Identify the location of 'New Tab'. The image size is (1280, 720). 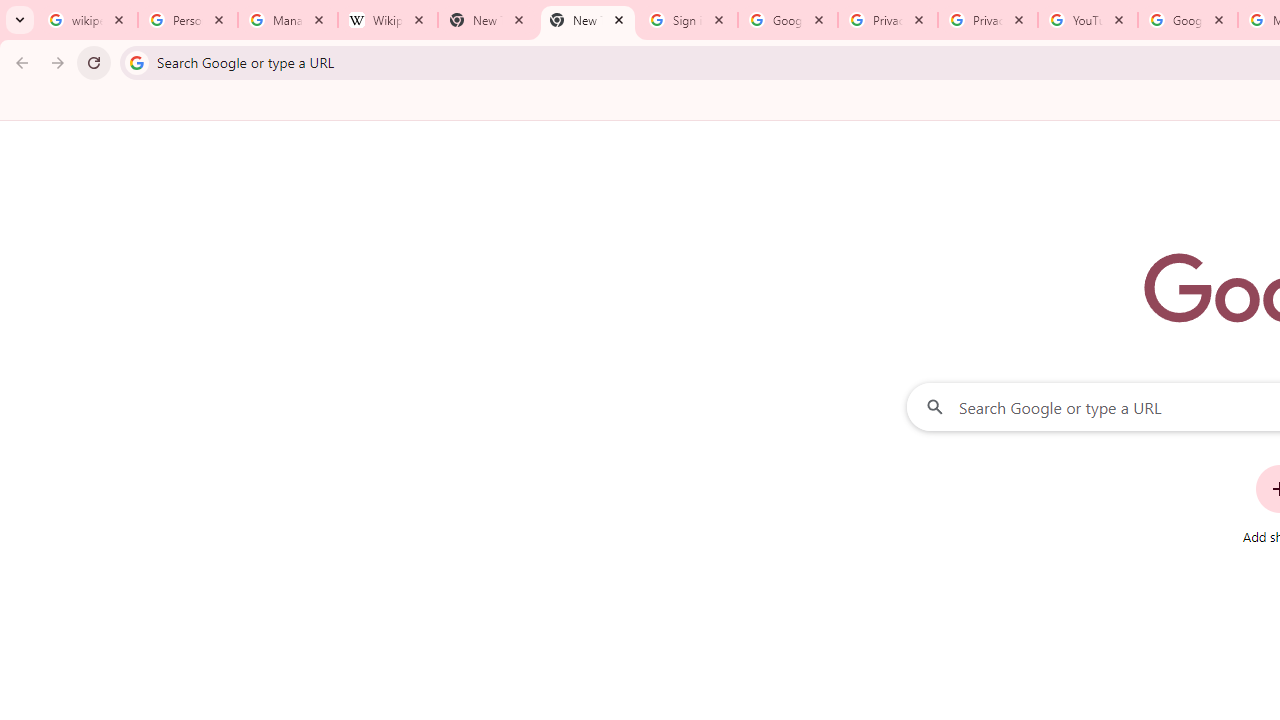
(586, 20).